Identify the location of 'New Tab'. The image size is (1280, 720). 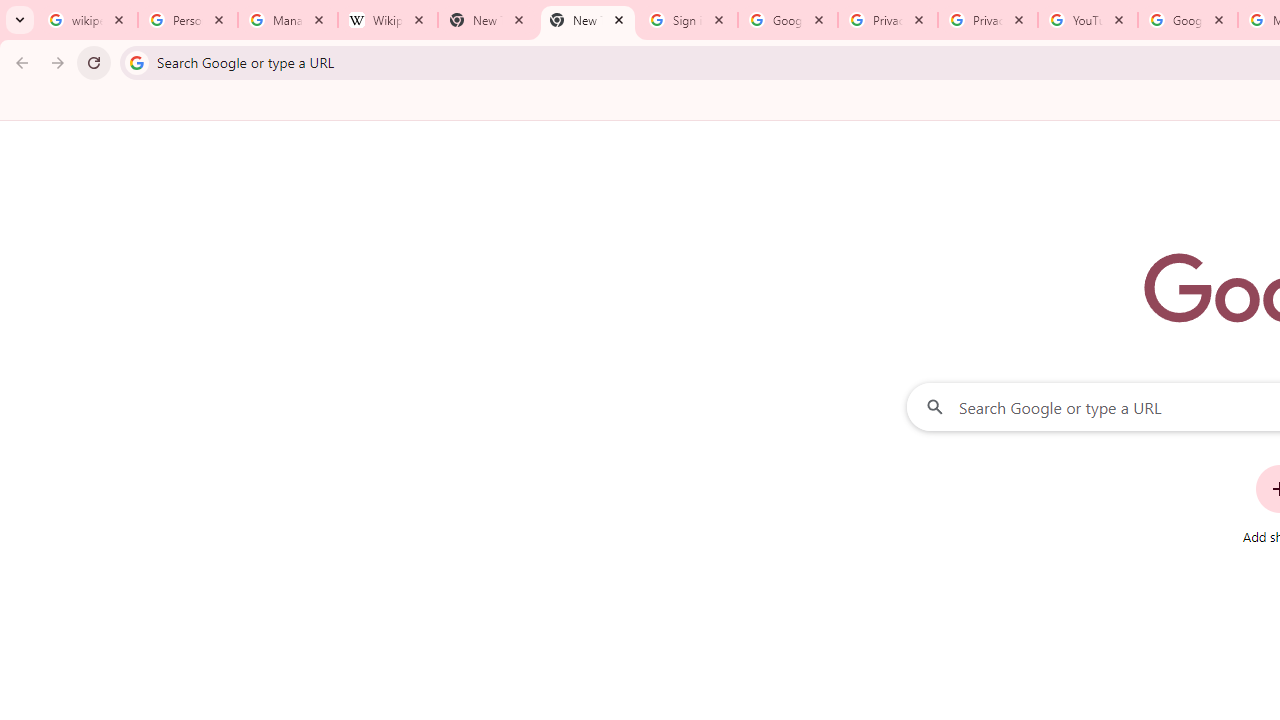
(586, 20).